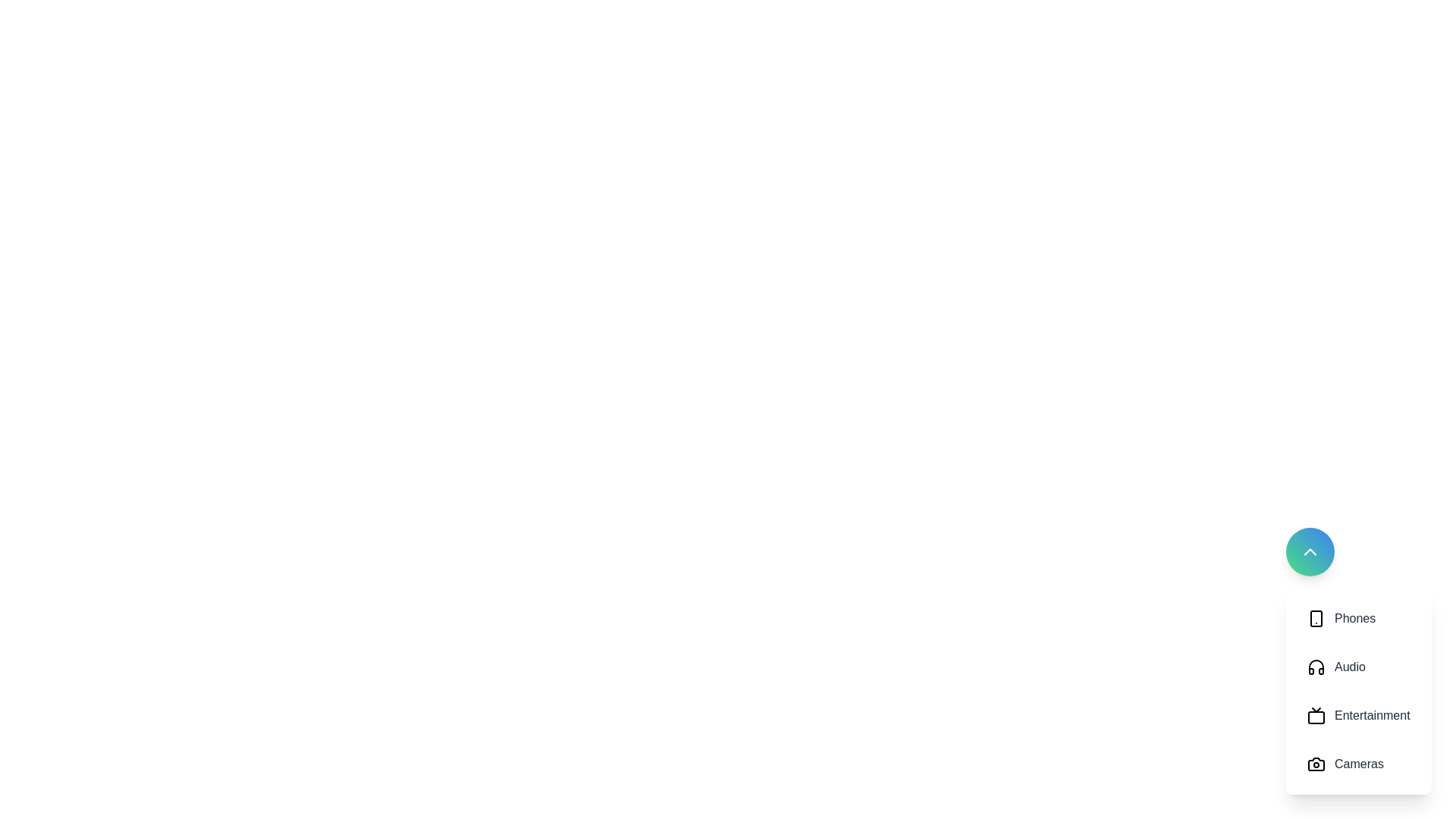  Describe the element at coordinates (1358, 666) in the screenshot. I see `the category button labeled 'Audio' to observe any visual changes or tooltips` at that location.